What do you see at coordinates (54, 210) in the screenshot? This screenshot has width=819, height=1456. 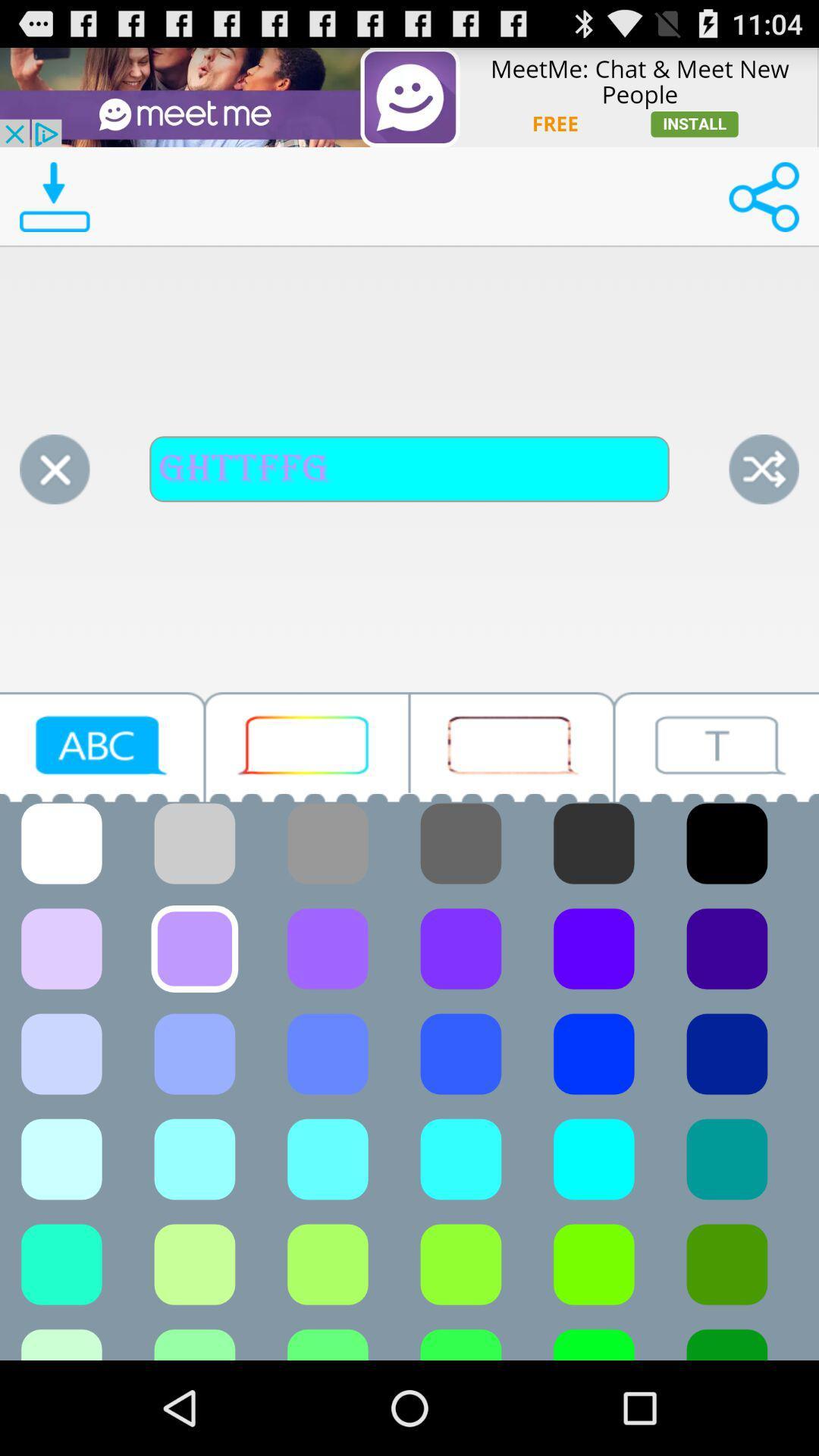 I see `the file_download icon` at bounding box center [54, 210].